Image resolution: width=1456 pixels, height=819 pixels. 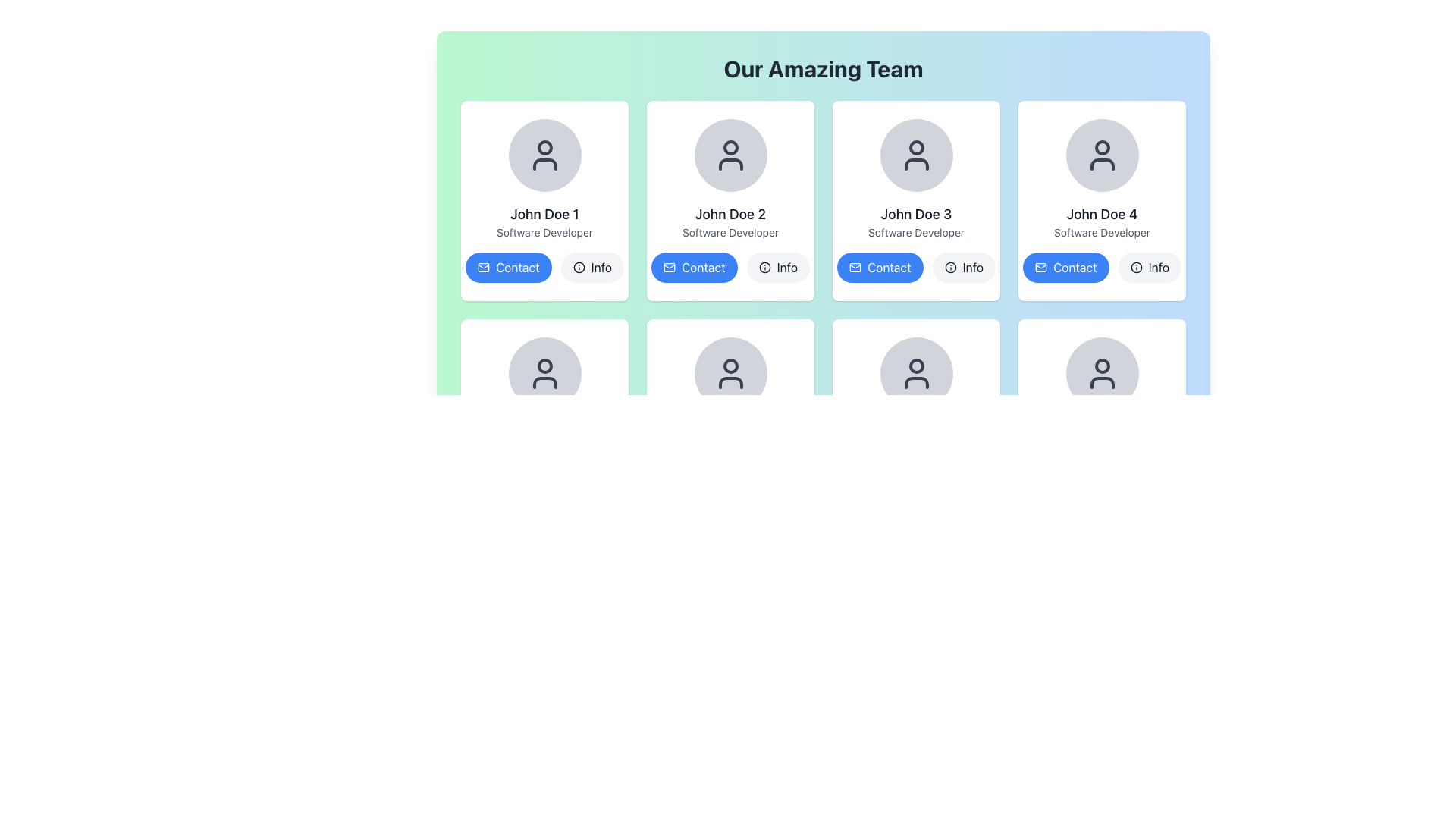 I want to click on the text element displaying 'Software Developer', which is located beneath the name 'John Doe 1' and above the buttons labeled 'Contact' and 'Info', so click(x=544, y=233).